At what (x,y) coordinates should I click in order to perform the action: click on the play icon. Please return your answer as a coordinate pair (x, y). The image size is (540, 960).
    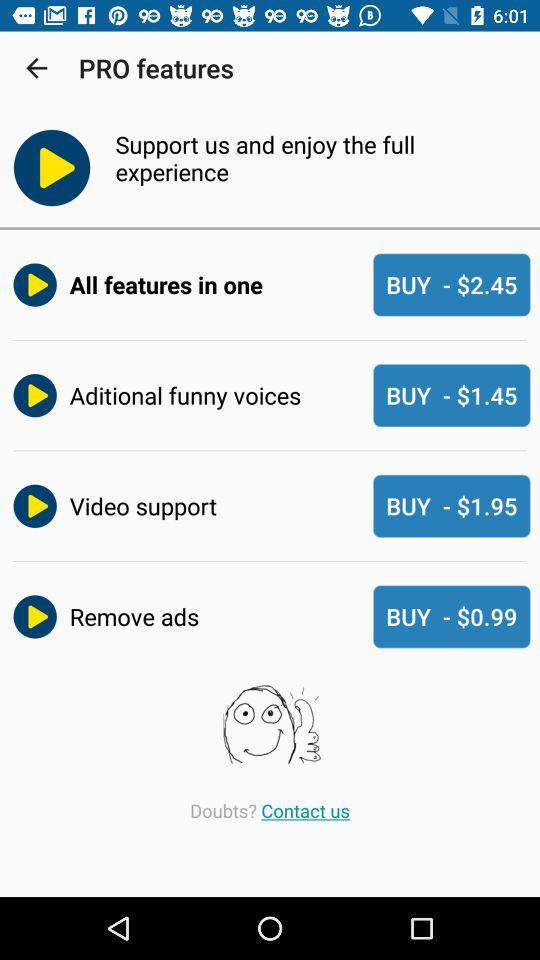
    Looking at the image, I should click on (30, 615).